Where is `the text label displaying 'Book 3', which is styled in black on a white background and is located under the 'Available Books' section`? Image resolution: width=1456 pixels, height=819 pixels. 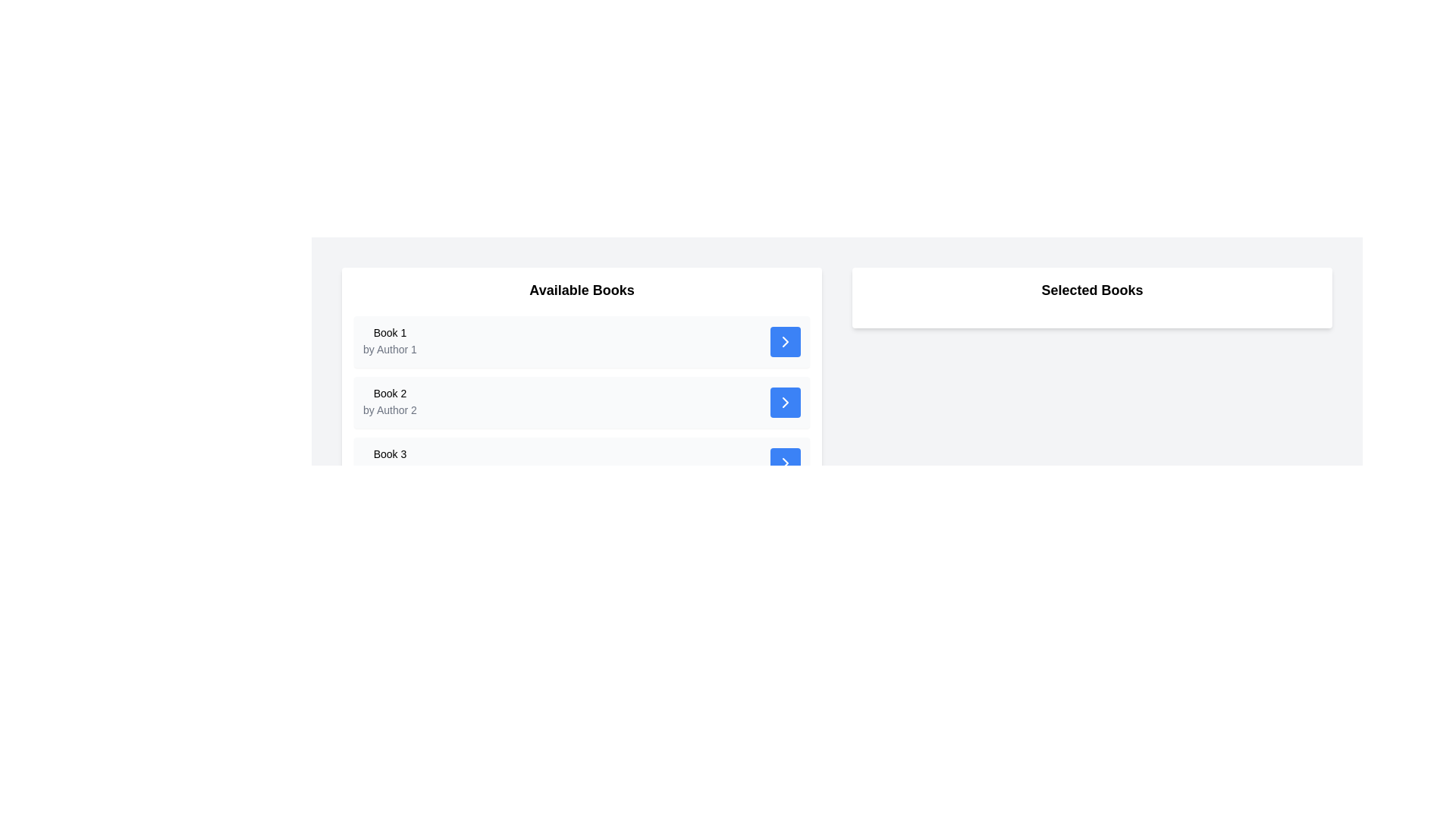
the text label displaying 'Book 3', which is styled in black on a white background and is located under the 'Available Books' section is located at coordinates (390, 453).